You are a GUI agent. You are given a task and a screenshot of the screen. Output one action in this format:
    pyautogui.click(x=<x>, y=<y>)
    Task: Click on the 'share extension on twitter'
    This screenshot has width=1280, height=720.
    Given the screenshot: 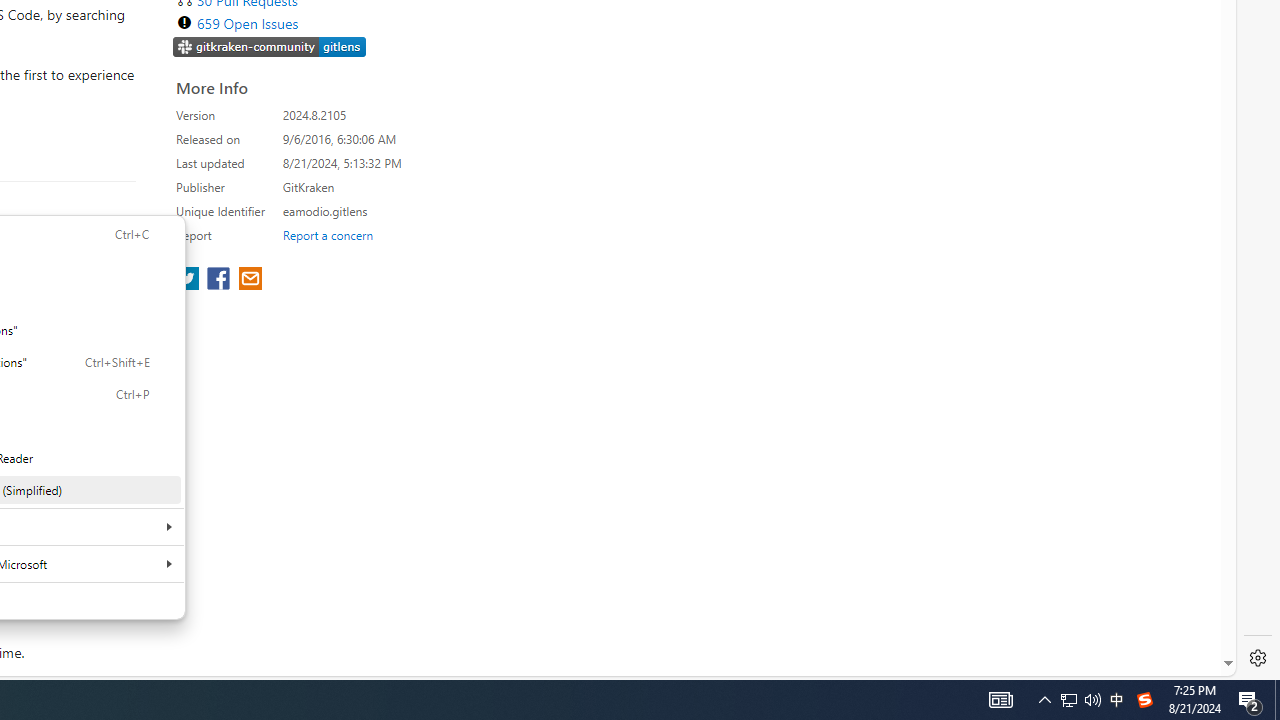 What is the action you would take?
    pyautogui.click(x=190, y=280)
    